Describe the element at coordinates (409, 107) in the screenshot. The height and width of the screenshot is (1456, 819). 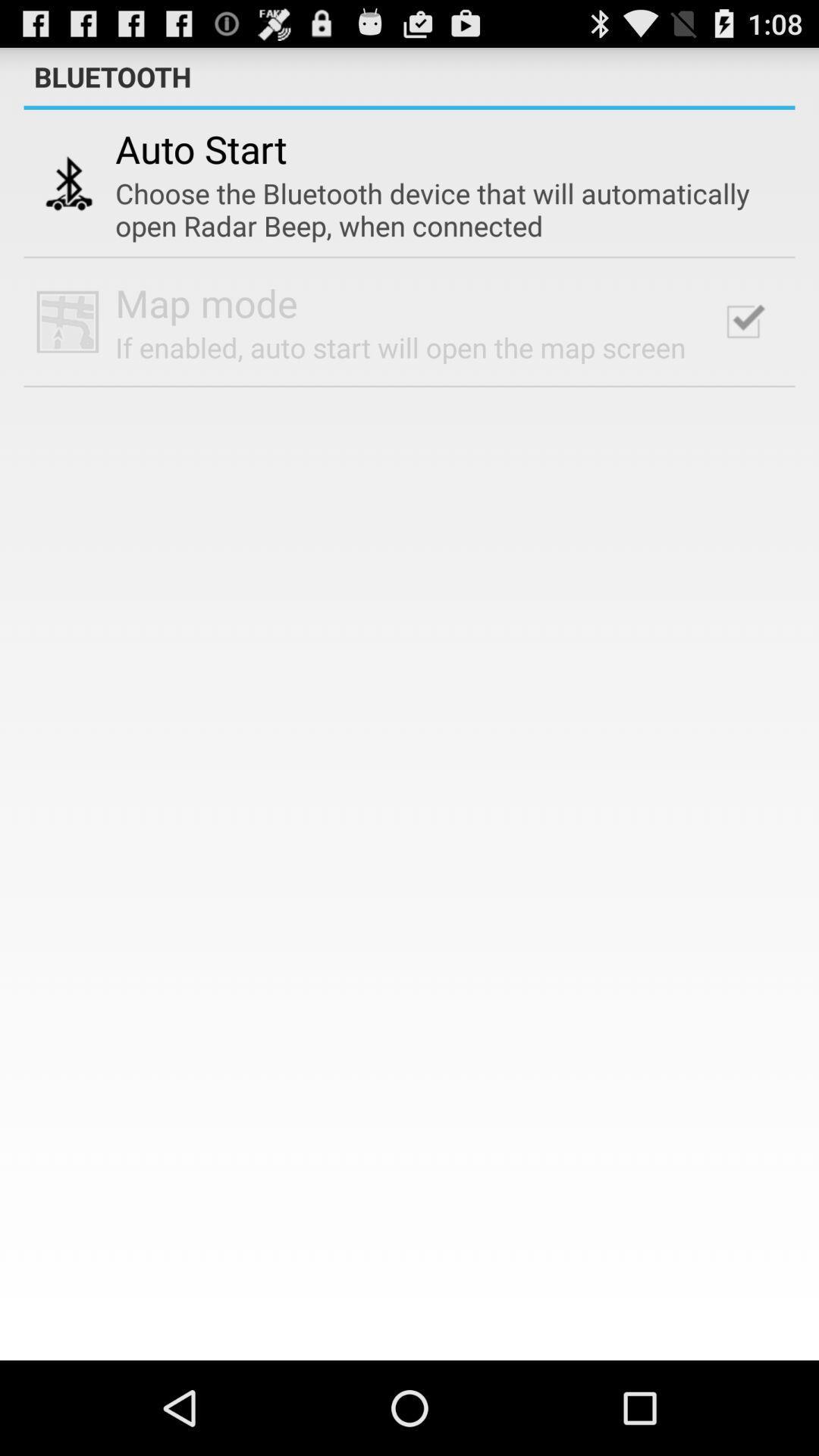
I see `the icon below the bluetooth app` at that location.